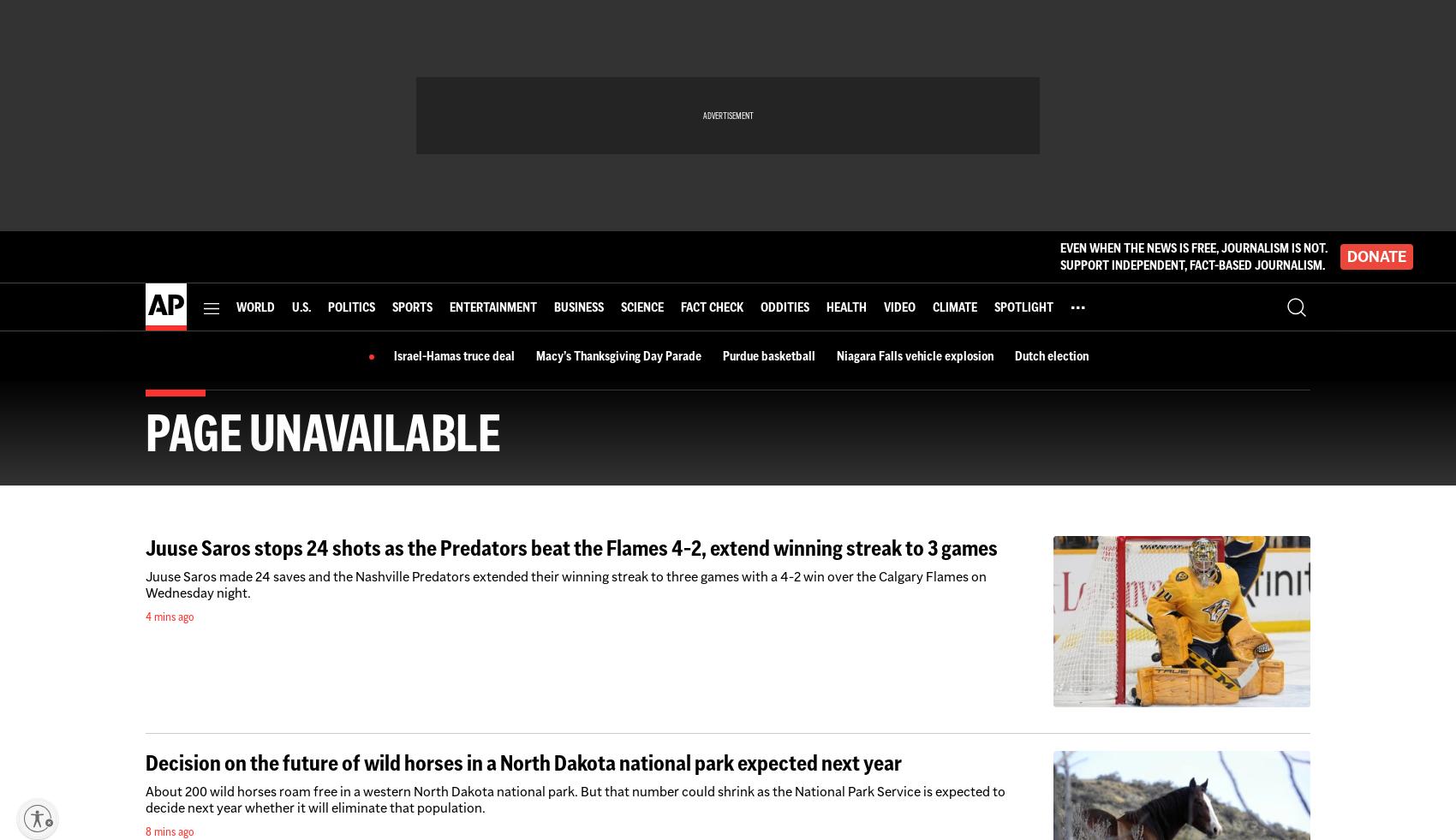  Describe the element at coordinates (1022, 305) in the screenshot. I see `'Spotlight'` at that location.